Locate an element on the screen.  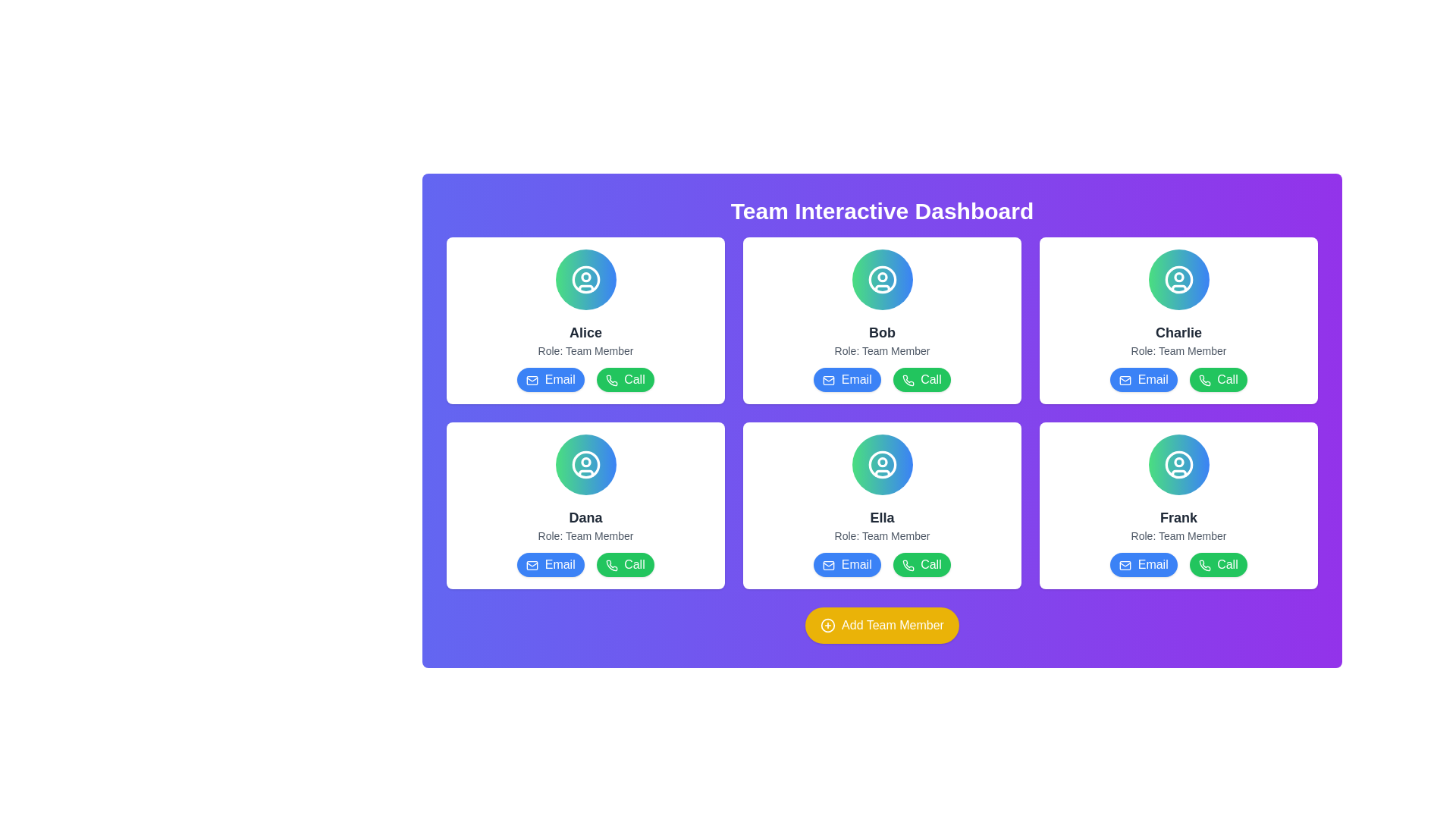
the Circular Badge located at the upper area of Charlie's profile avatar in the middle-right card of the dashboard grid is located at coordinates (1178, 277).